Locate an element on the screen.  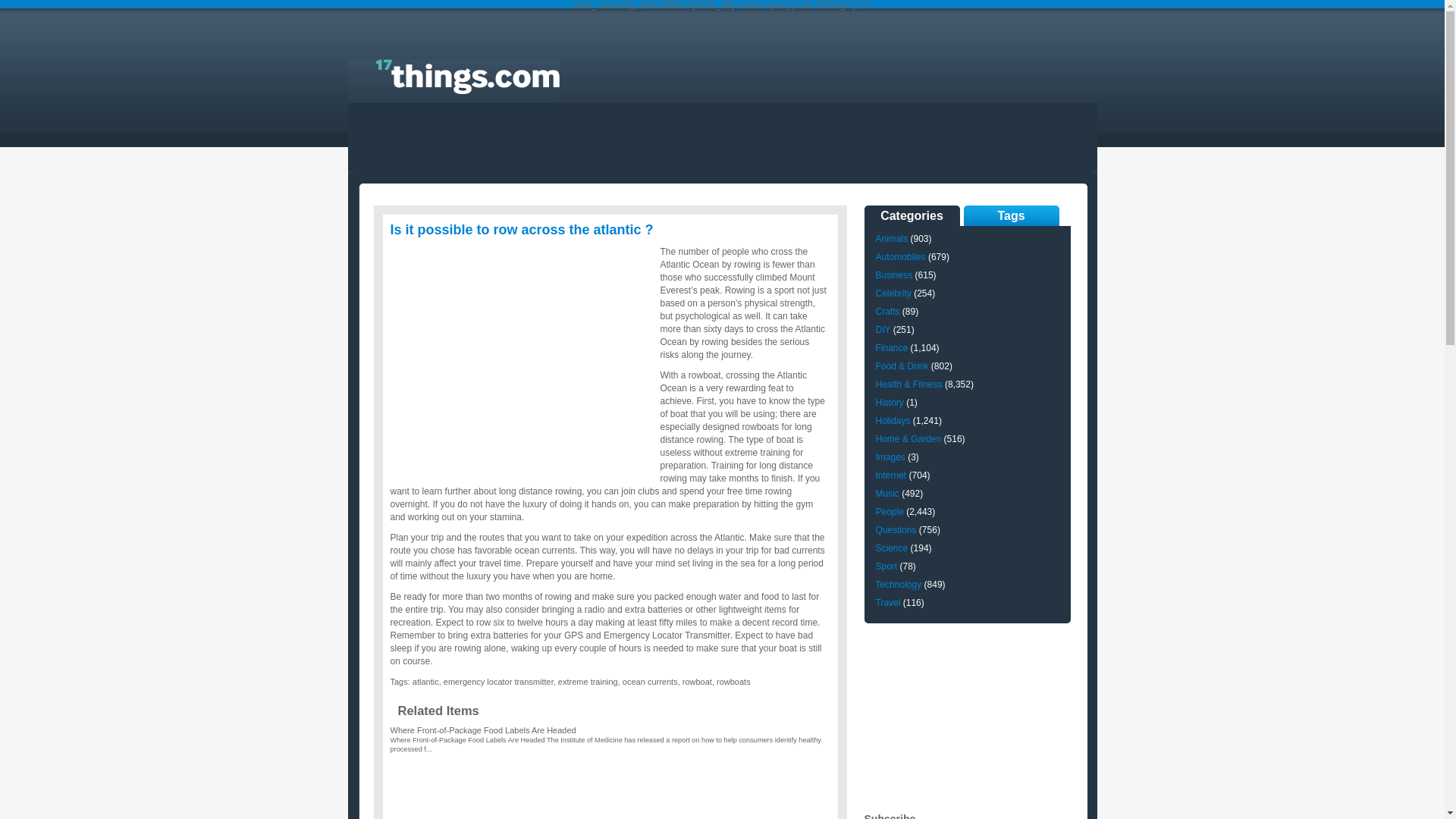
'Home & Garden' is located at coordinates (908, 438).